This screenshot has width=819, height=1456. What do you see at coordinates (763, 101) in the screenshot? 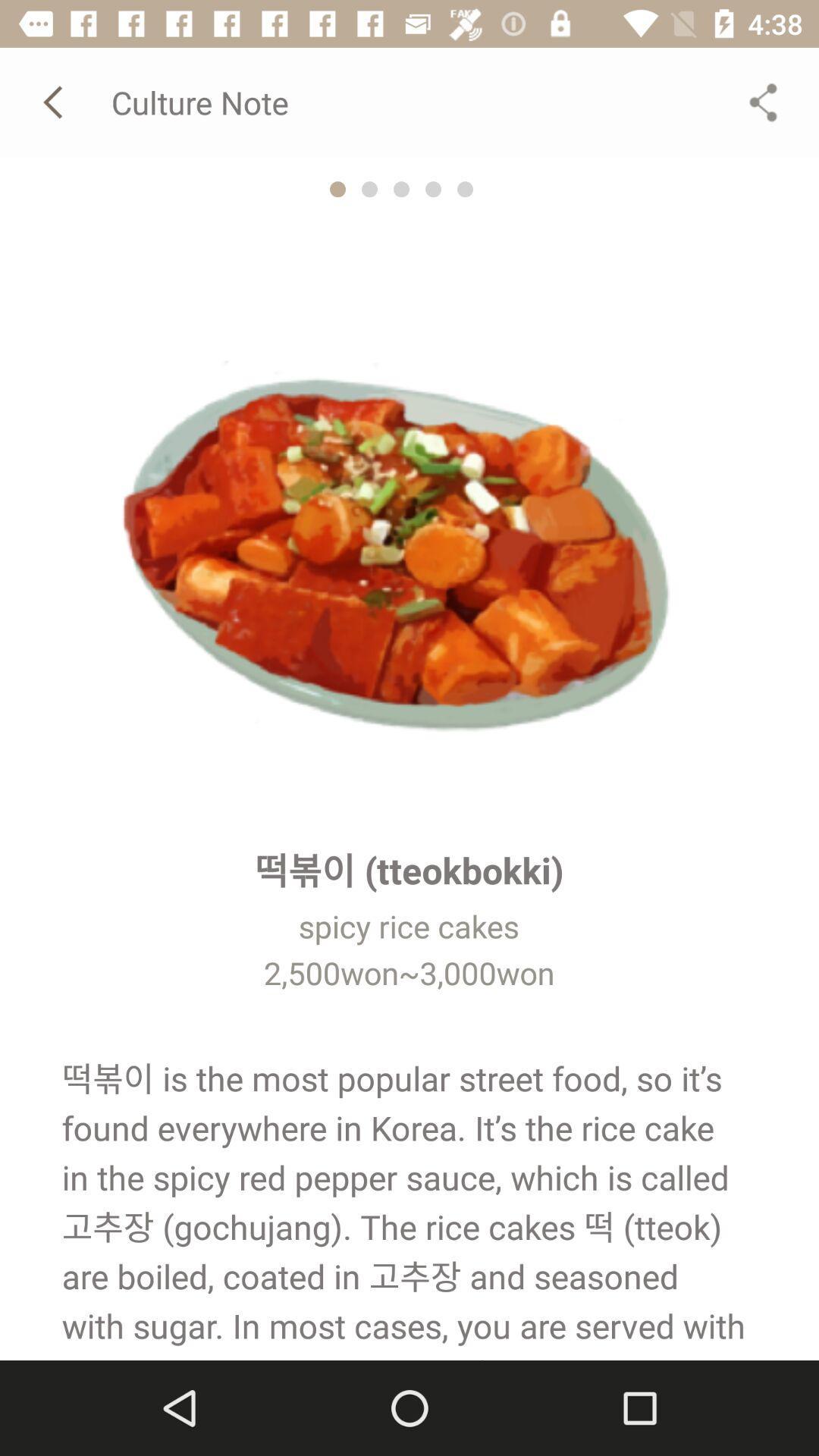
I see `the share icon` at bounding box center [763, 101].